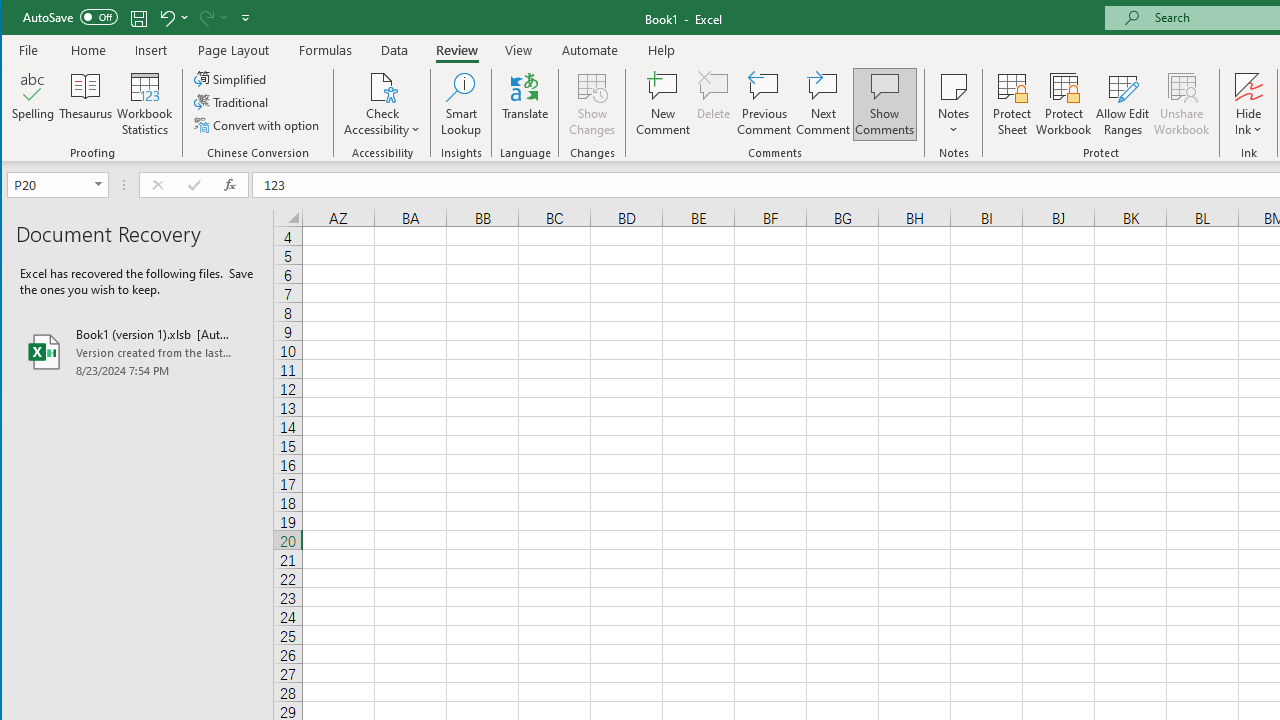  Describe the element at coordinates (525, 104) in the screenshot. I see `'Translate'` at that location.